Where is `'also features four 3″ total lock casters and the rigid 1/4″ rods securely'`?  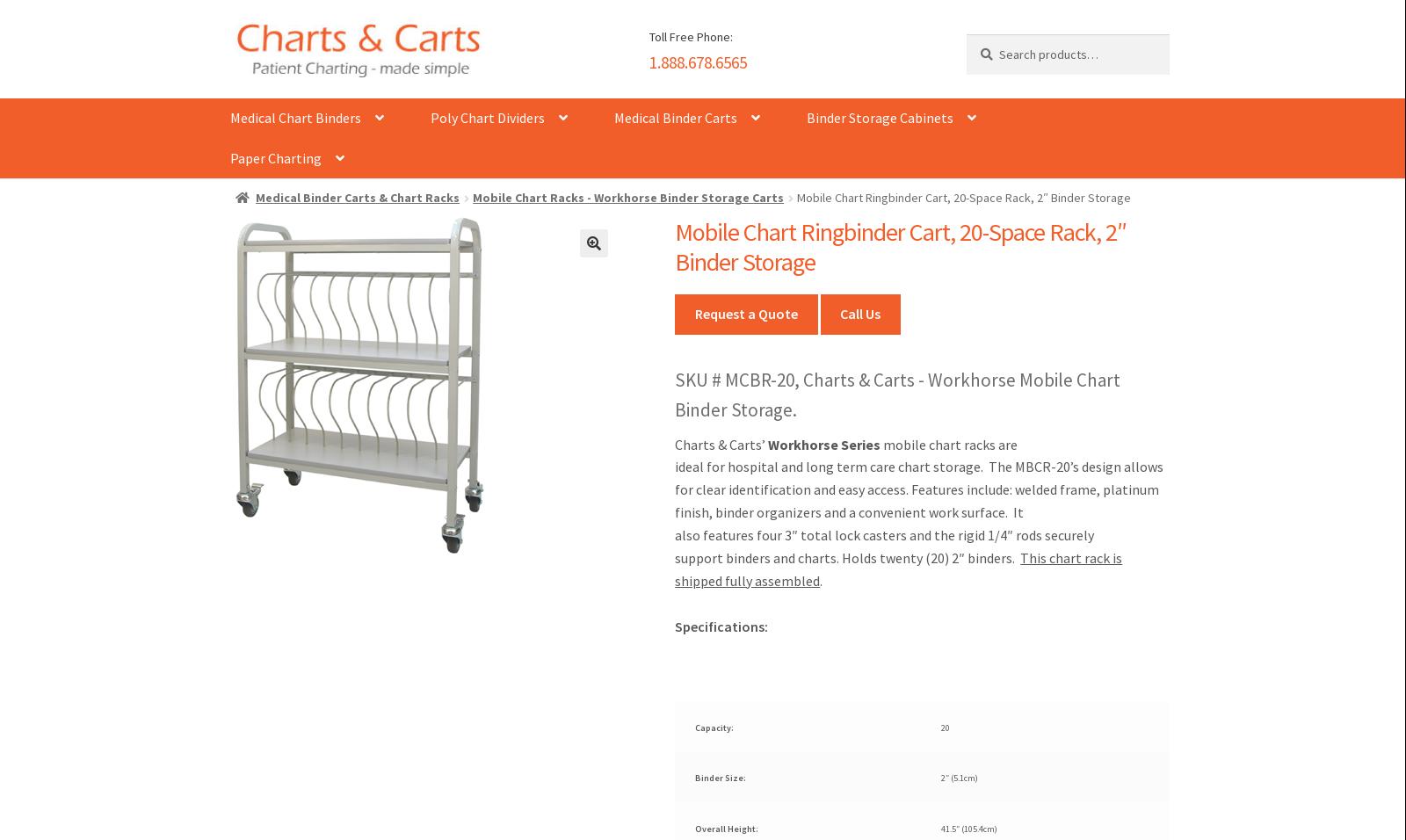 'also features four 3″ total lock casters and the rigid 1/4″ rods securely' is located at coordinates (884, 534).